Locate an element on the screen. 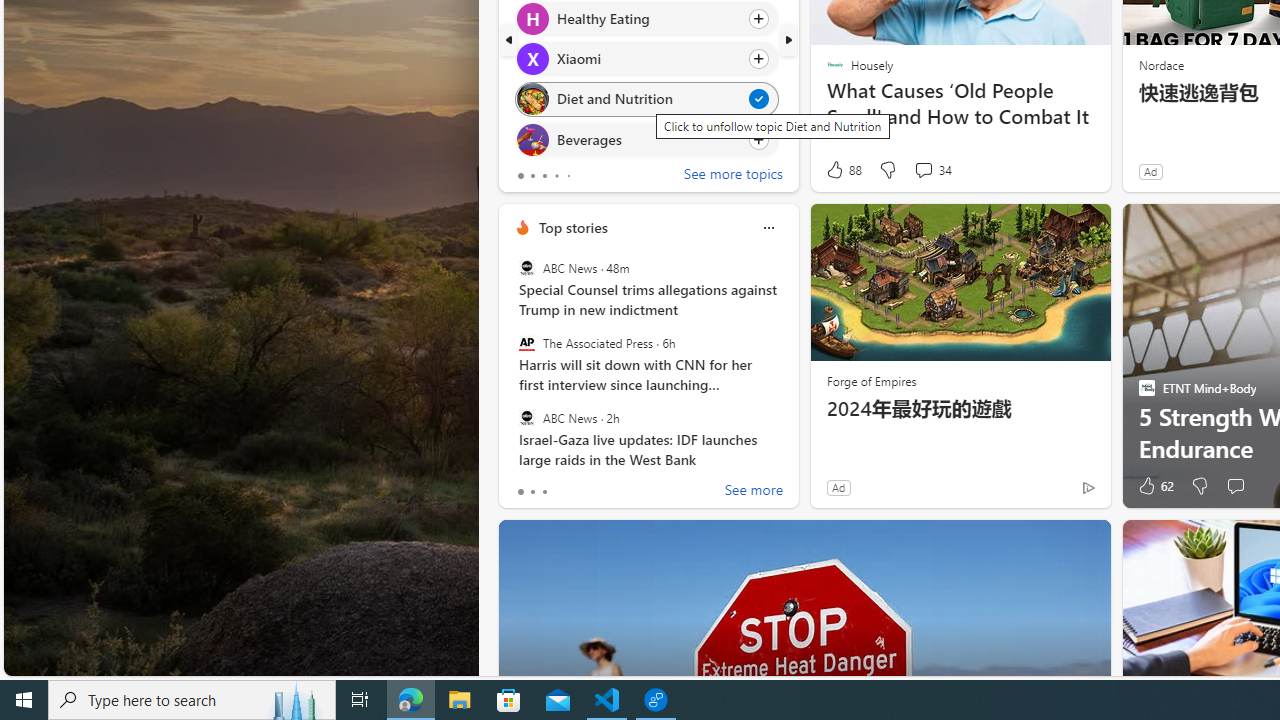 The height and width of the screenshot is (720, 1280). 'Class: icon-img' is located at coordinates (767, 227).